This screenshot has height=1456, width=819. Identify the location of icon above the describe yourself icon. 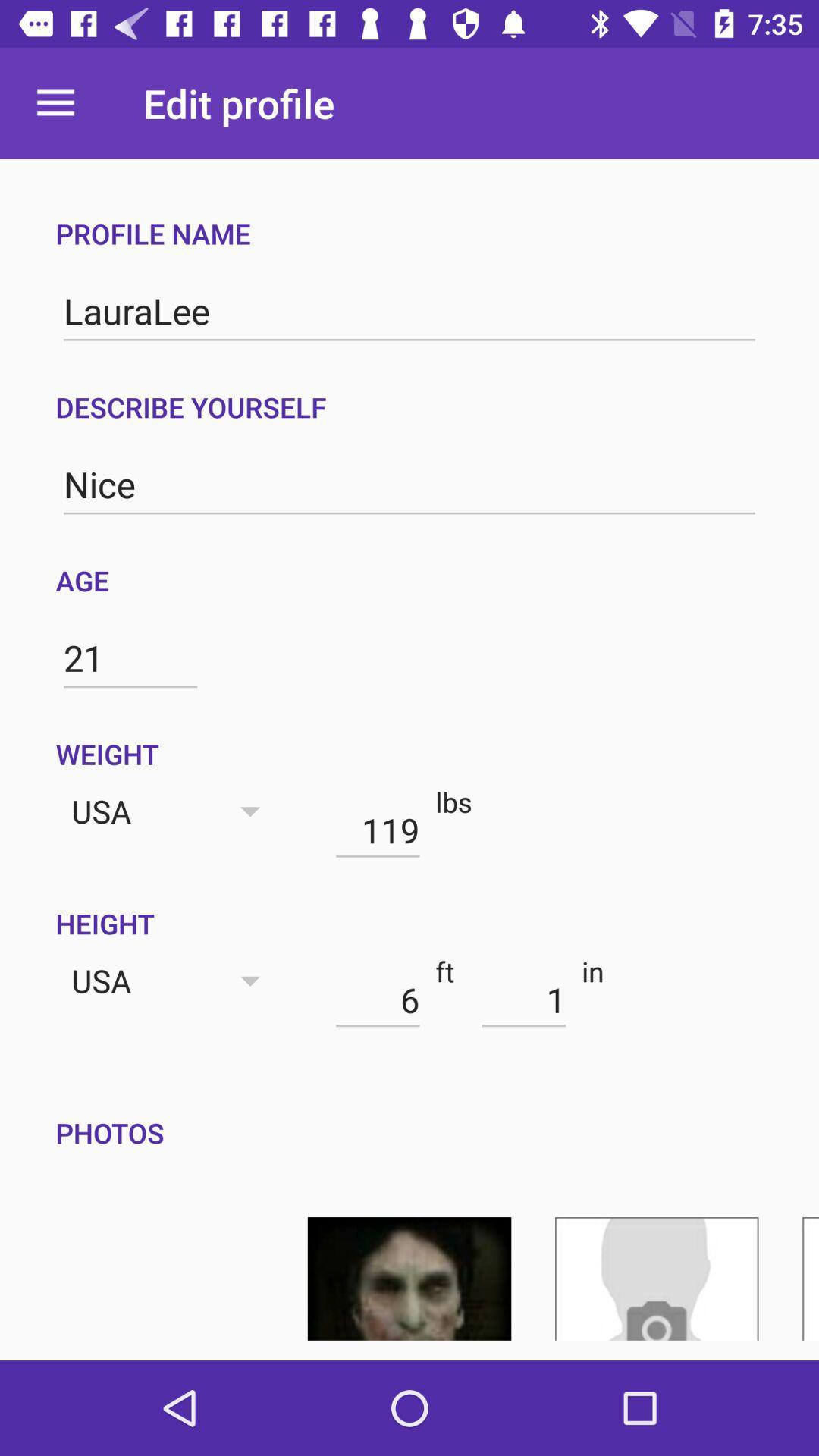
(409, 311).